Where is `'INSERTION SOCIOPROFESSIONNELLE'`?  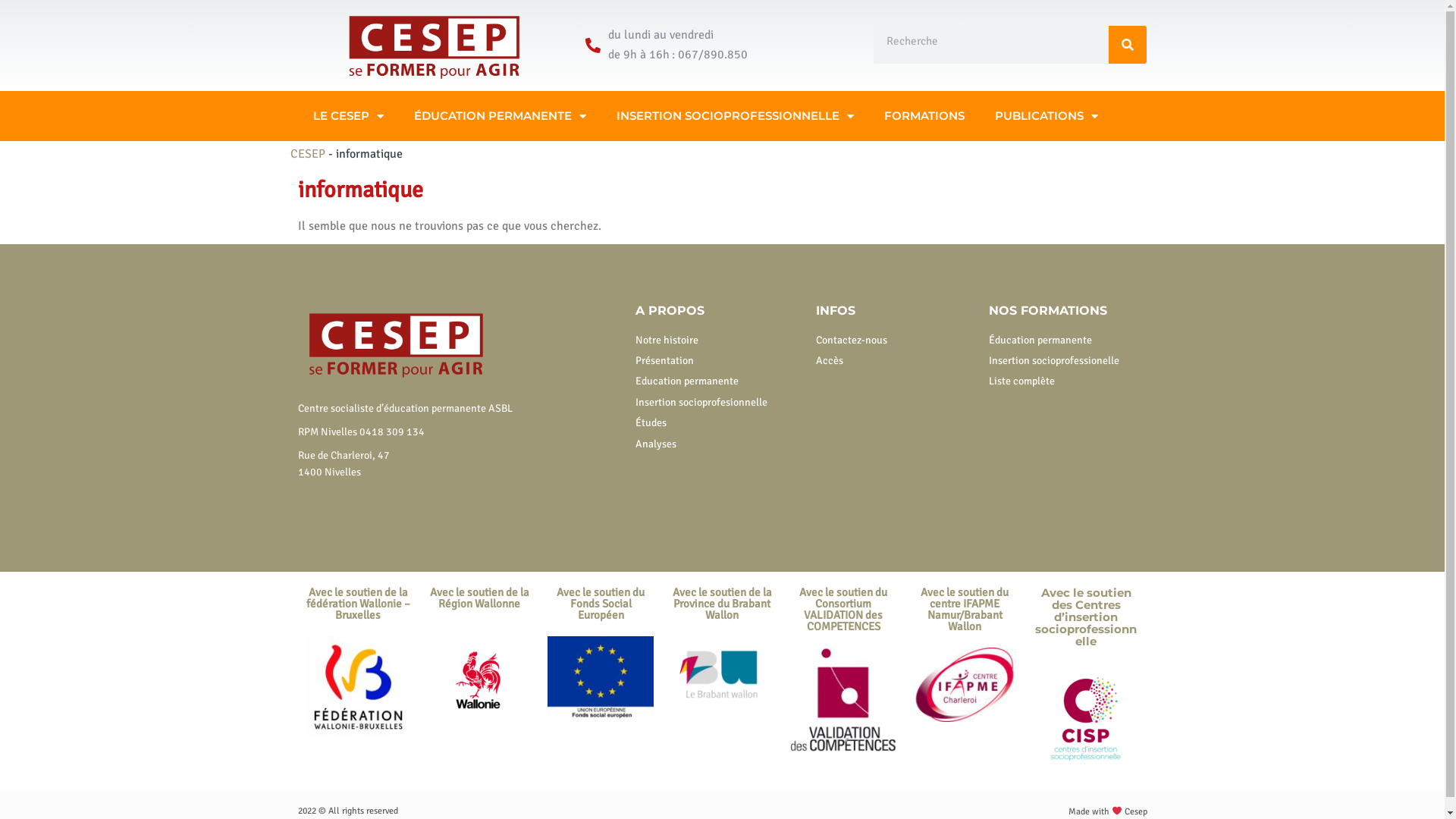
'INSERTION SOCIOPROFESSIONNELLE' is located at coordinates (734, 115).